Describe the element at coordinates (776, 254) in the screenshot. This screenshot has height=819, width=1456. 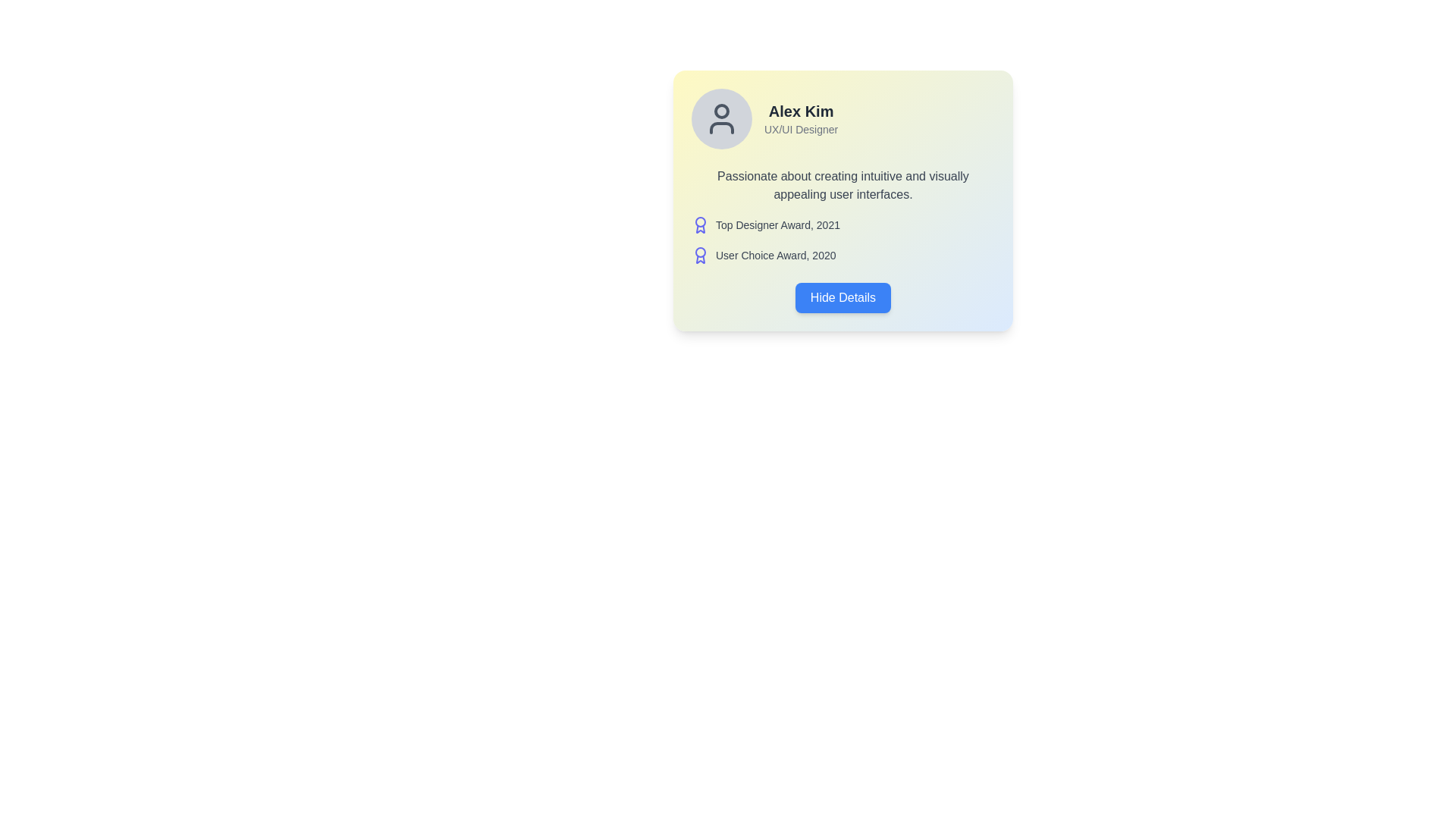
I see `text label displaying 'User Choice Award, 2020' which is styled simply in gray font, positioned below 'Top Designer Award, 2021' and above the 'Hide Details' button` at that location.